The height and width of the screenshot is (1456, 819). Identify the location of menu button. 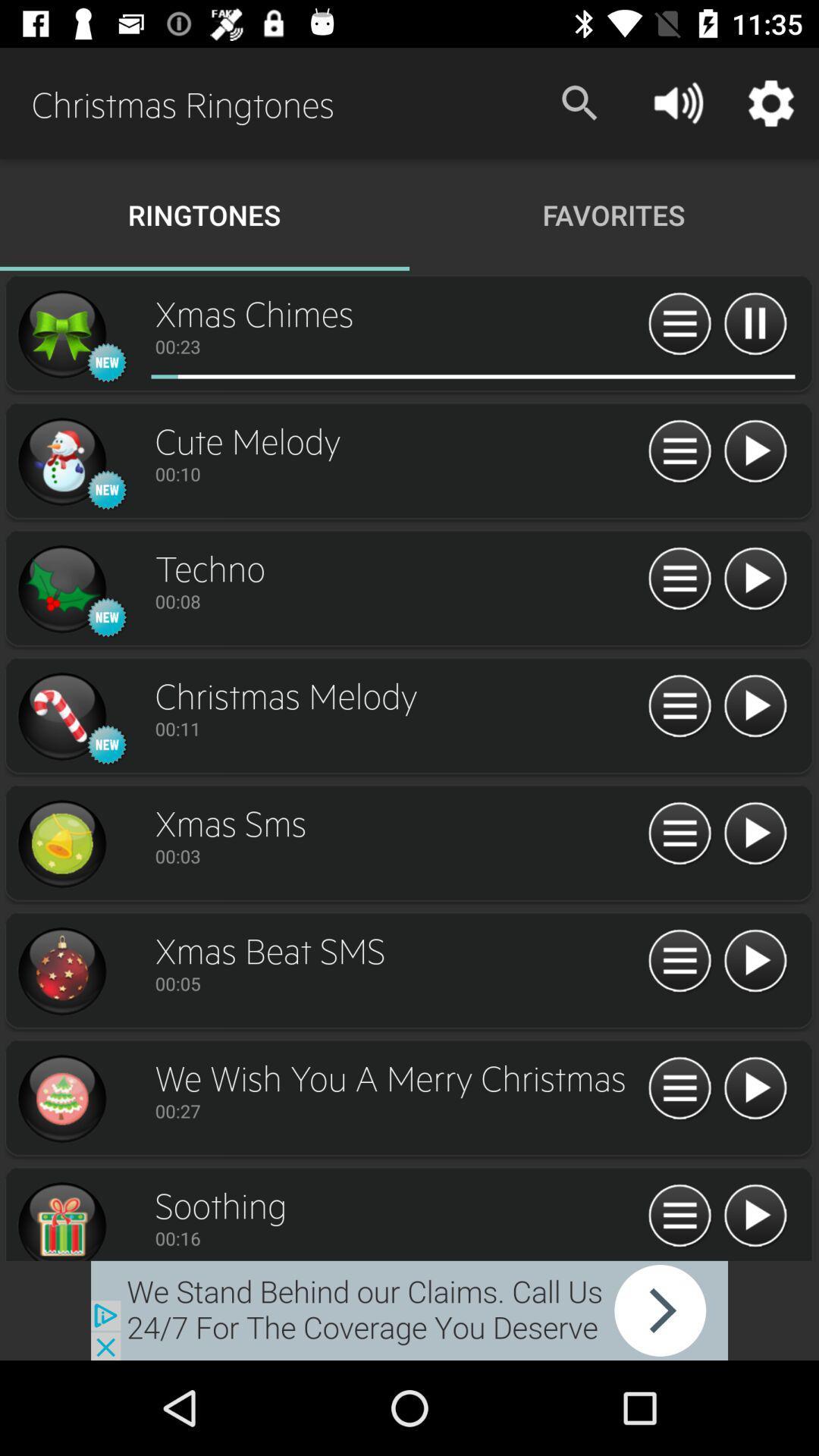
(679, 961).